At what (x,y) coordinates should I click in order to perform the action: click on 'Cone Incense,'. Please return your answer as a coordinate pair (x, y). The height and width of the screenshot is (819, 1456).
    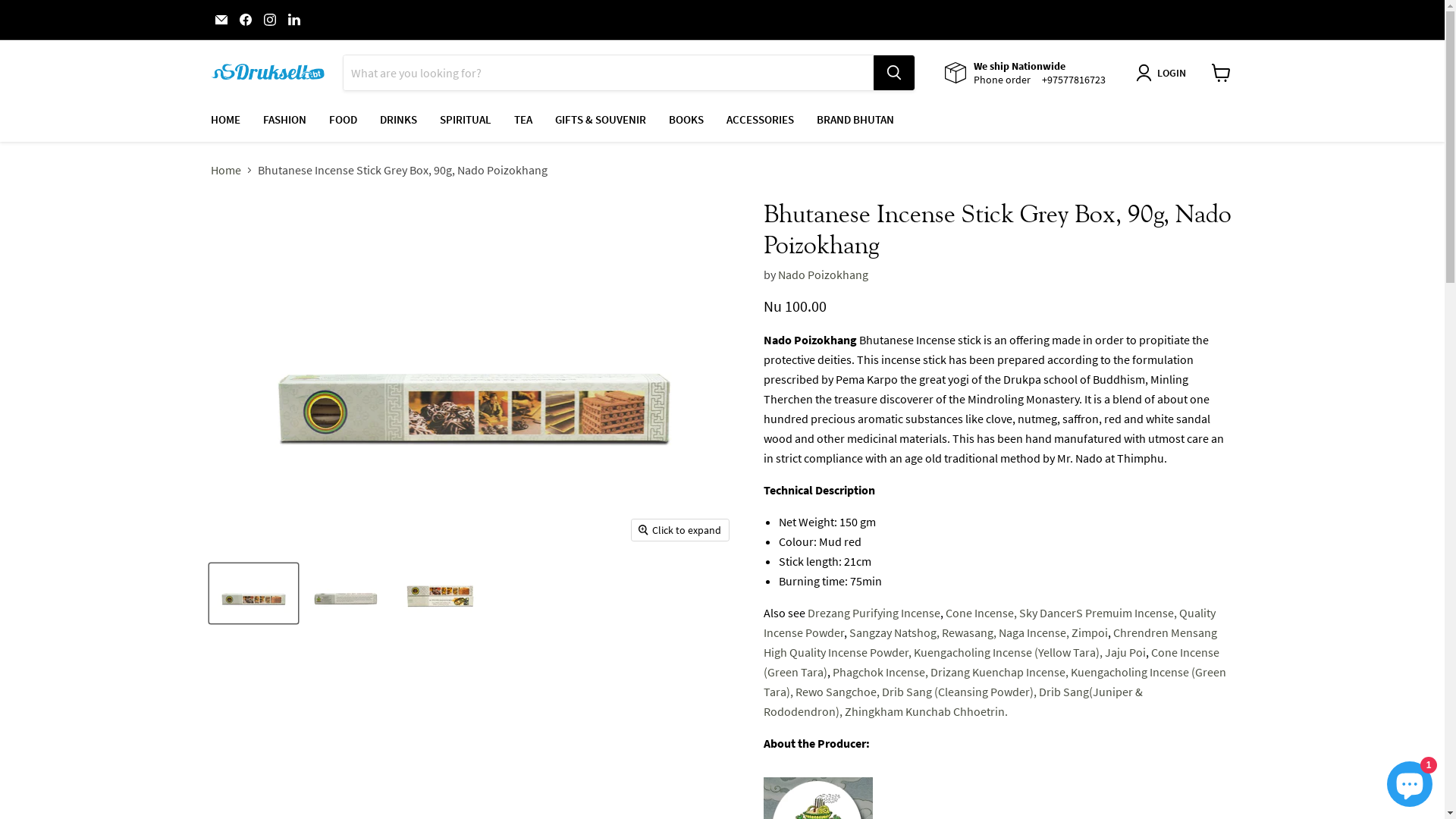
    Looking at the image, I should click on (980, 611).